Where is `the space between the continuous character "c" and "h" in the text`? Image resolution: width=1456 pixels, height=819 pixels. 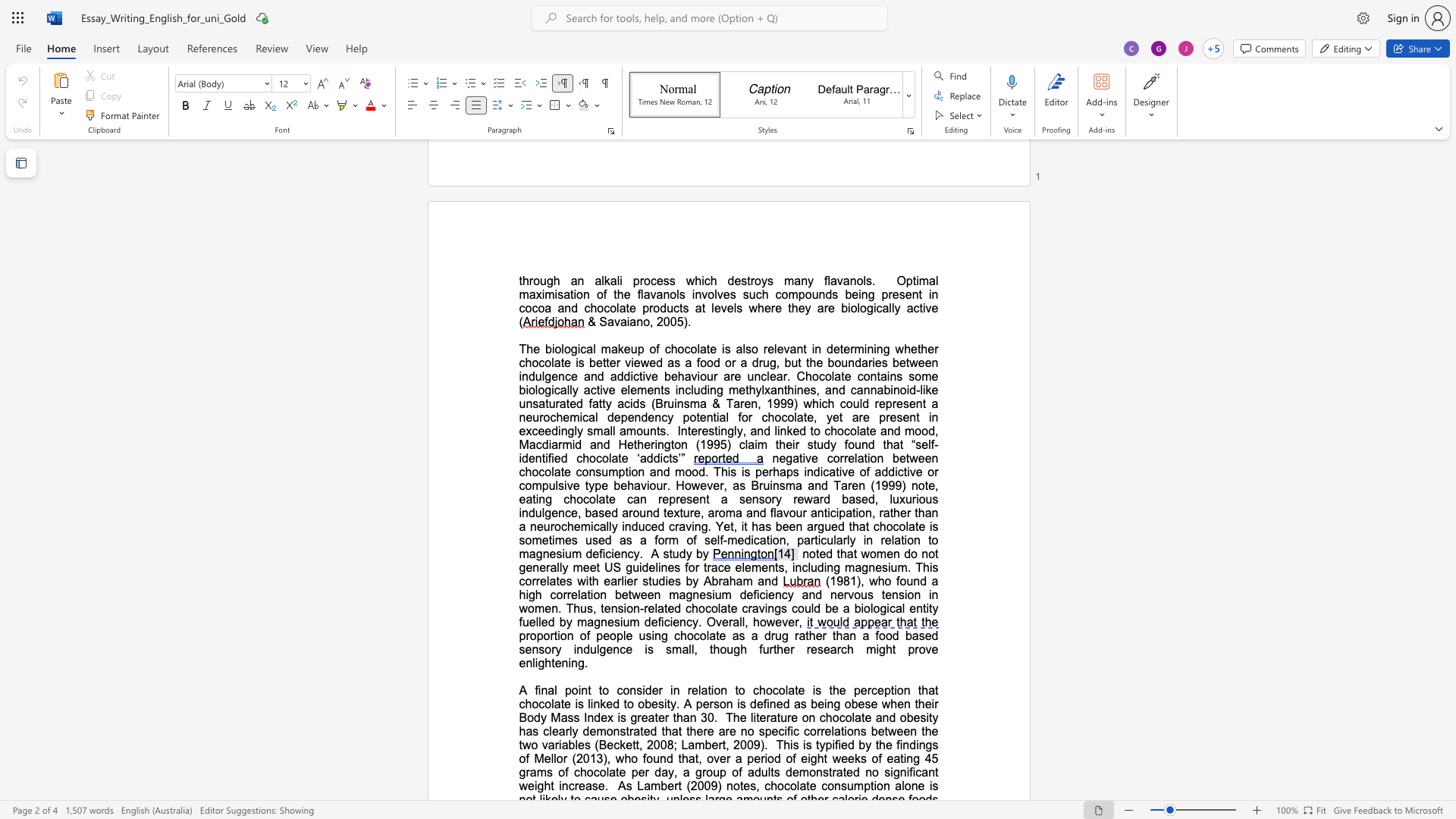 the space between the continuous character "c" and "h" in the text is located at coordinates (759, 690).